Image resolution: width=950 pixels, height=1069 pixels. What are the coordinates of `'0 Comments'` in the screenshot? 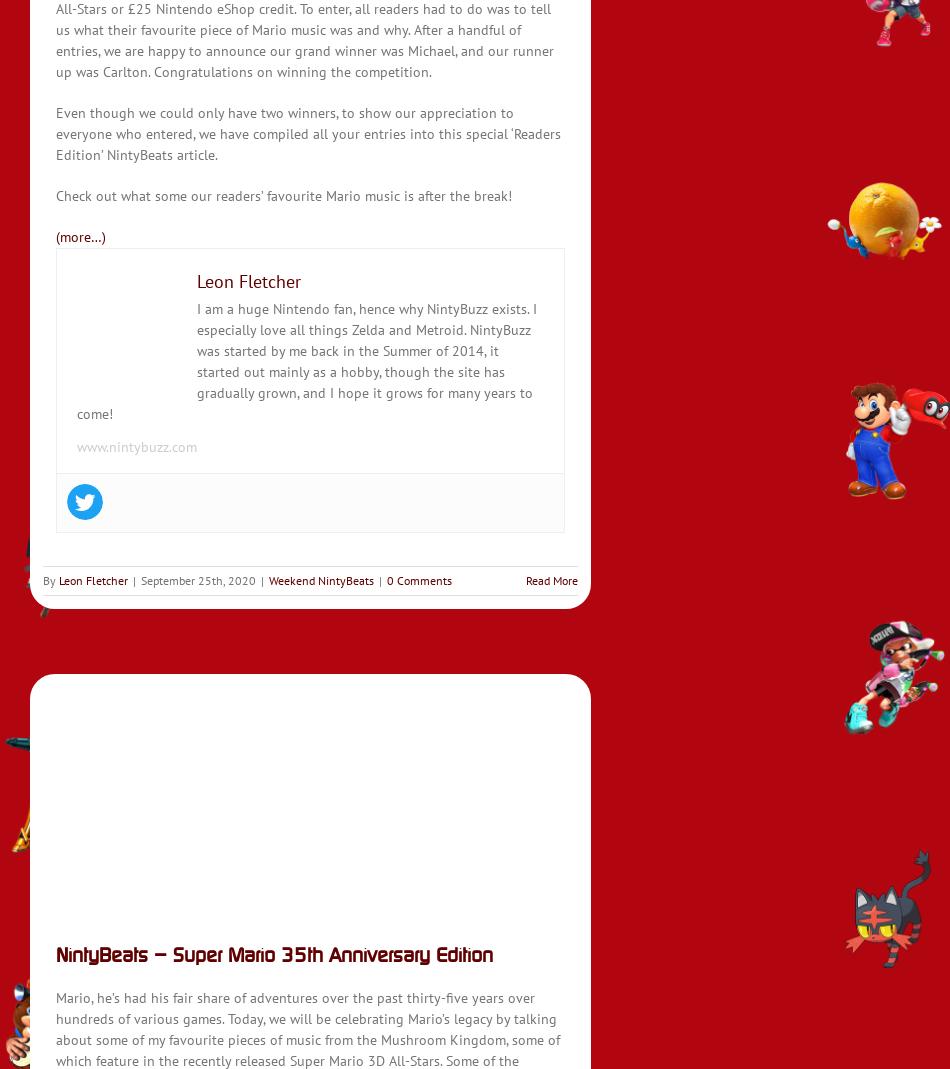 It's located at (418, 579).